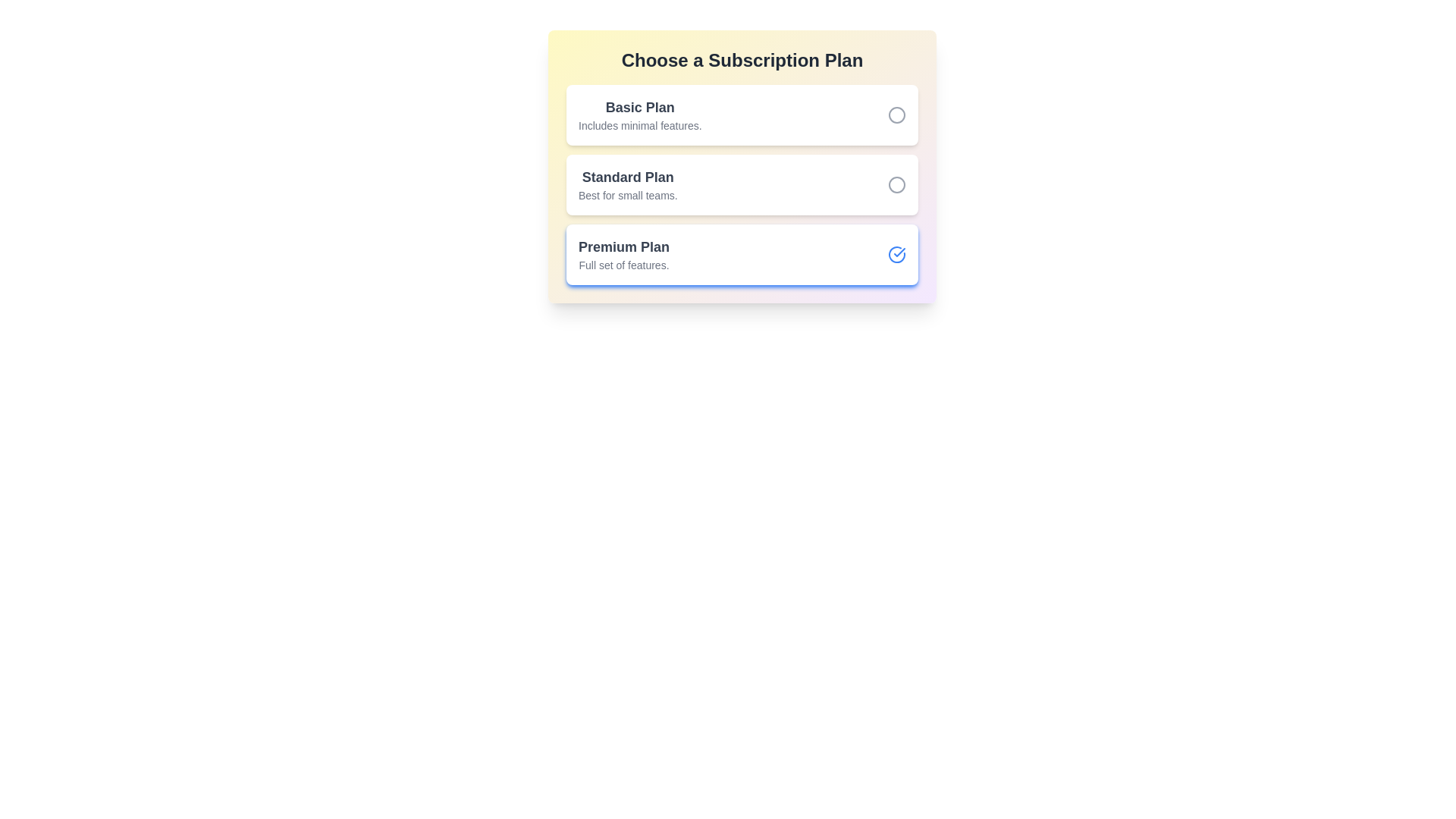 The image size is (1456, 819). Describe the element at coordinates (896, 184) in the screenshot. I see `the subscription plan Standard Plan by clicking its corresponding button` at that location.